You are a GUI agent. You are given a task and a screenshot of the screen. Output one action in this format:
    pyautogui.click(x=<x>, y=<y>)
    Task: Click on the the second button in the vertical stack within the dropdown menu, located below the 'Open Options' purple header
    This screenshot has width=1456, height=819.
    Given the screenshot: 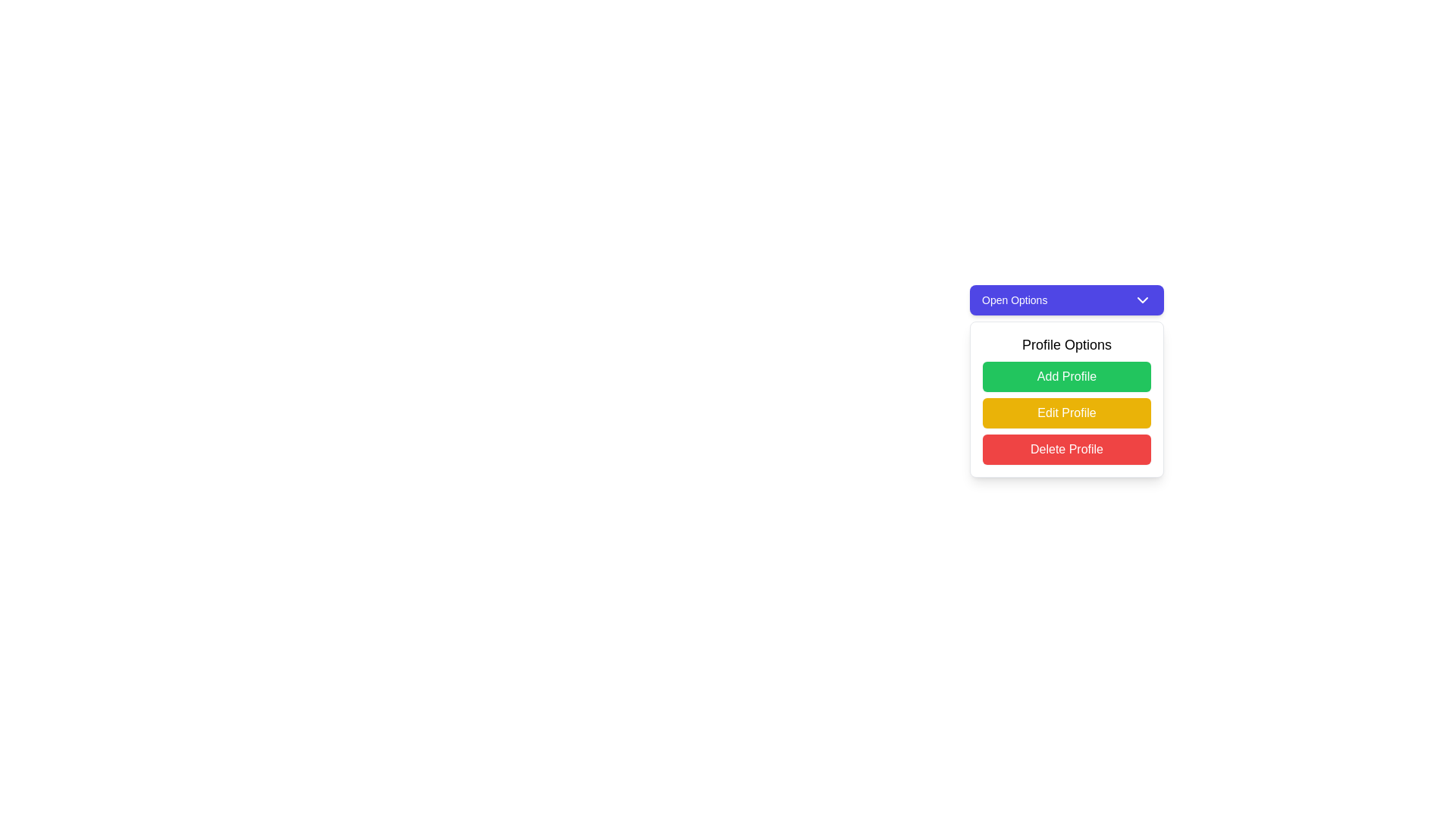 What is the action you would take?
    pyautogui.click(x=1065, y=417)
    